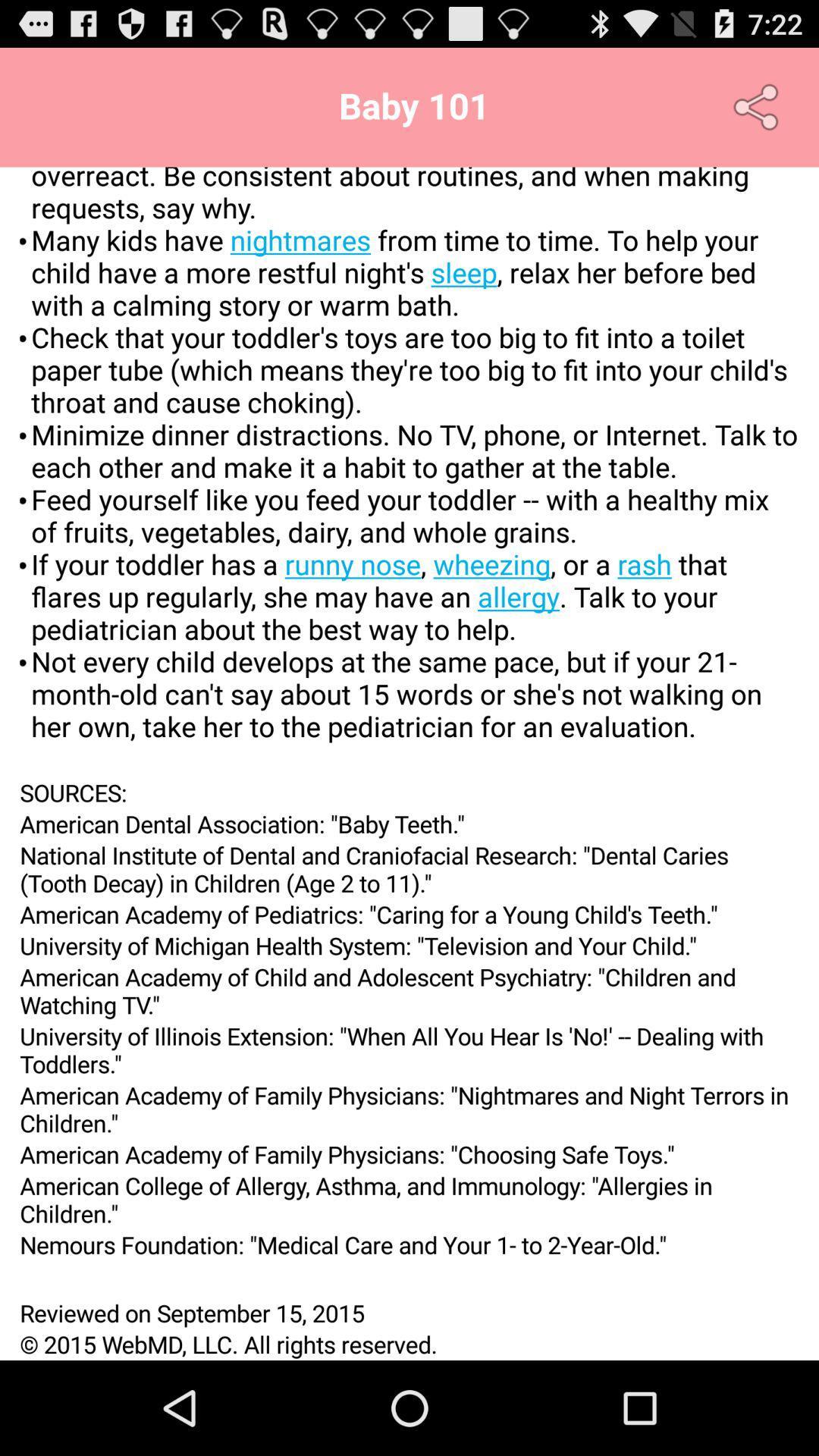 The image size is (819, 1456). Describe the element at coordinates (409, 792) in the screenshot. I see `the sources: item` at that location.